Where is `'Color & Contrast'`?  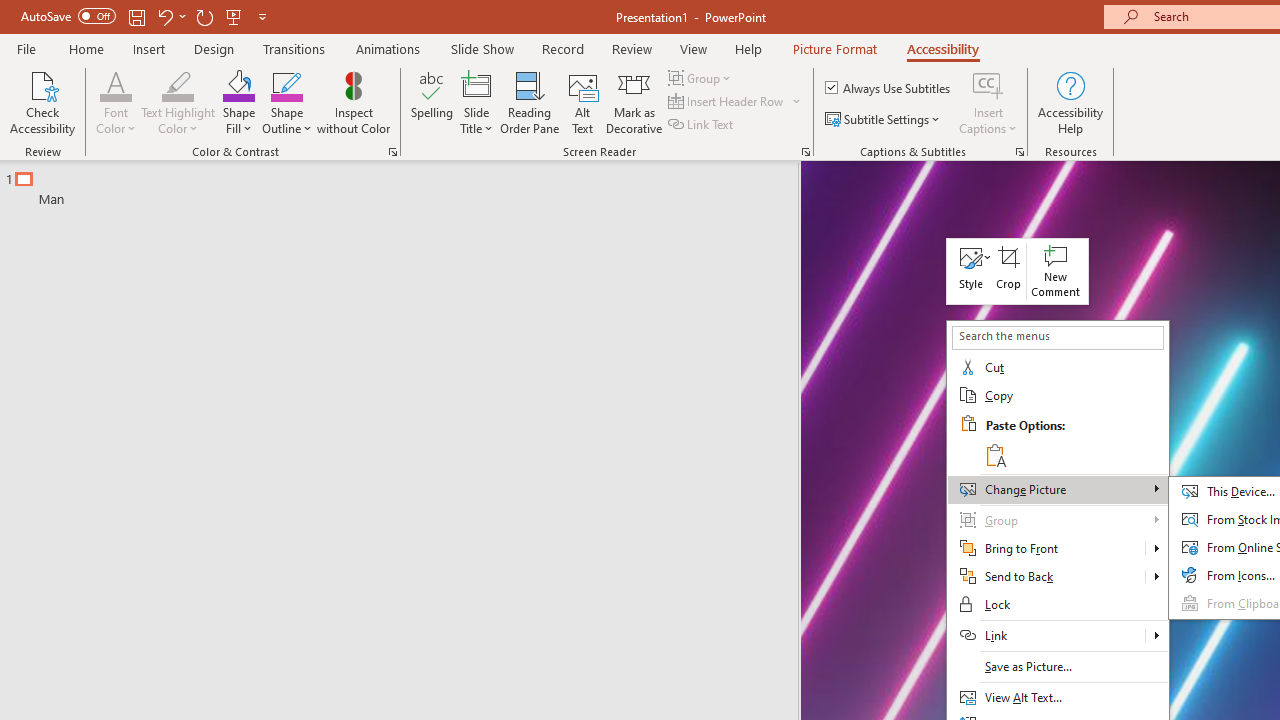 'Color & Contrast' is located at coordinates (392, 150).